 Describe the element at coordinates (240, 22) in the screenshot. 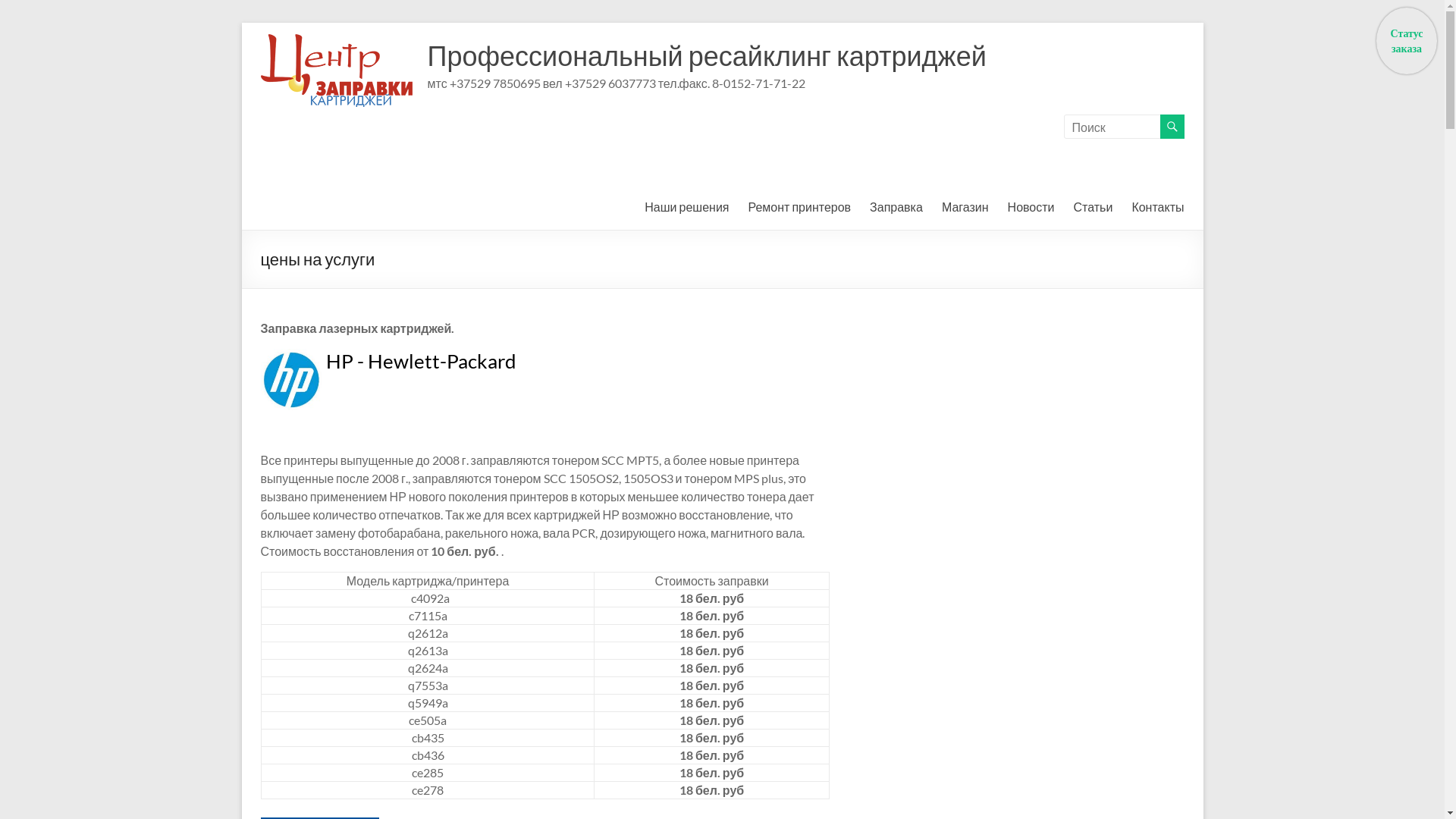

I see `'Skip to content'` at that location.